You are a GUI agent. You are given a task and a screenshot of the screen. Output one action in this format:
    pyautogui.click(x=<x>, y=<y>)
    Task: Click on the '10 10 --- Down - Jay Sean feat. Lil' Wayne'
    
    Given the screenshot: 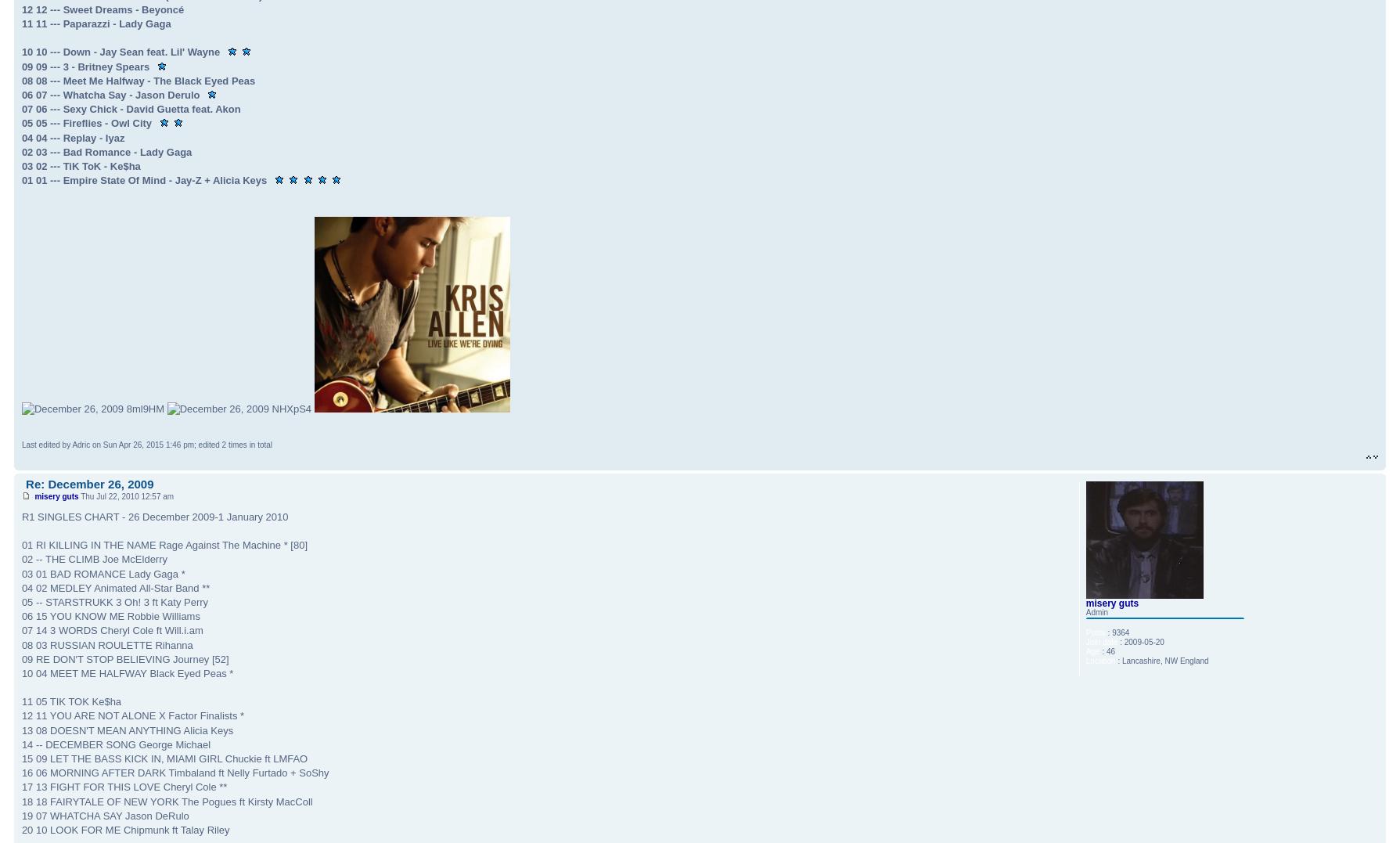 What is the action you would take?
    pyautogui.click(x=124, y=52)
    